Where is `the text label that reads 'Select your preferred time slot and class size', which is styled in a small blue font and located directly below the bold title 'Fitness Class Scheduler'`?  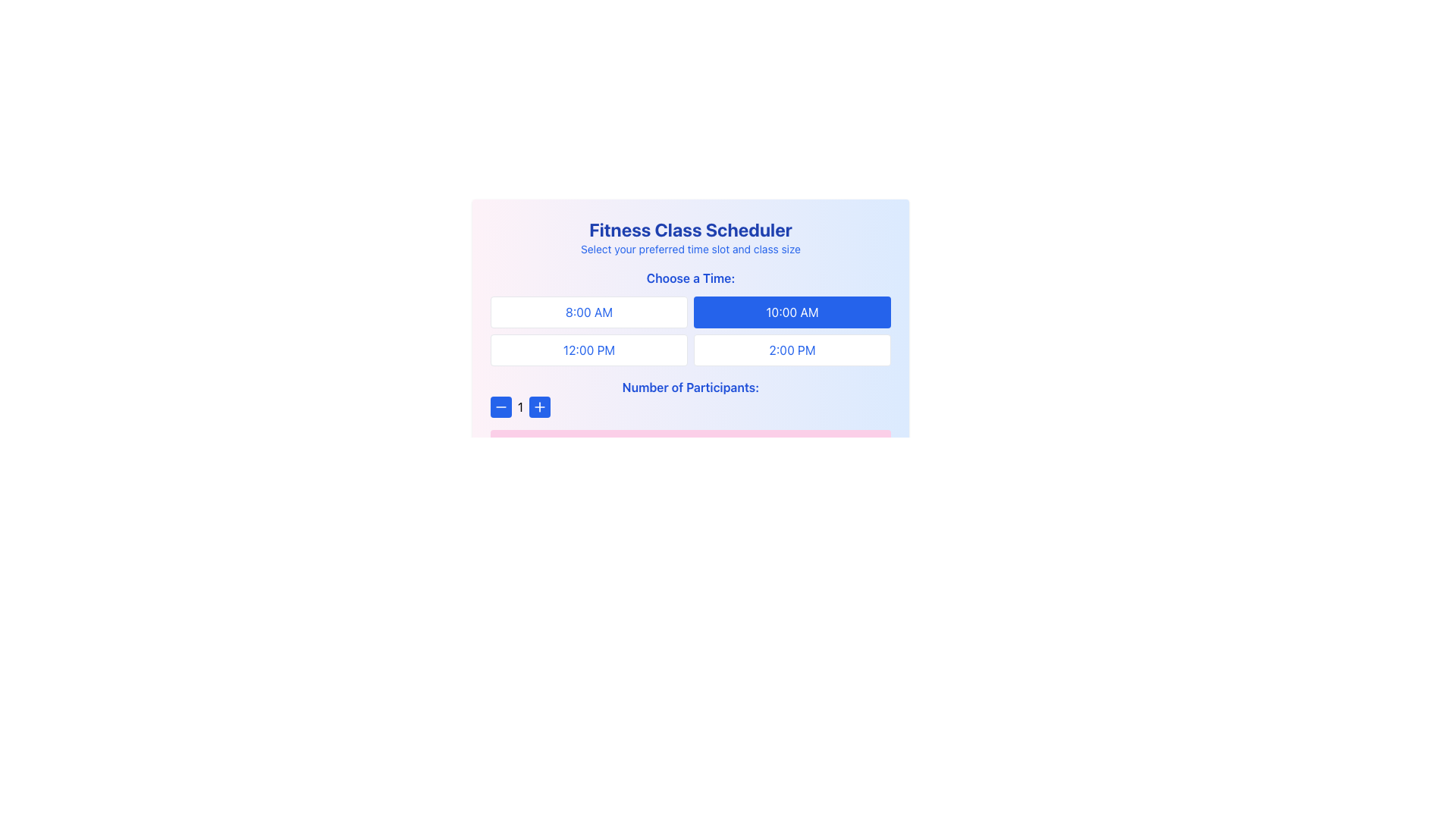 the text label that reads 'Select your preferred time slot and class size', which is styled in a small blue font and located directly below the bold title 'Fitness Class Scheduler' is located at coordinates (690, 248).